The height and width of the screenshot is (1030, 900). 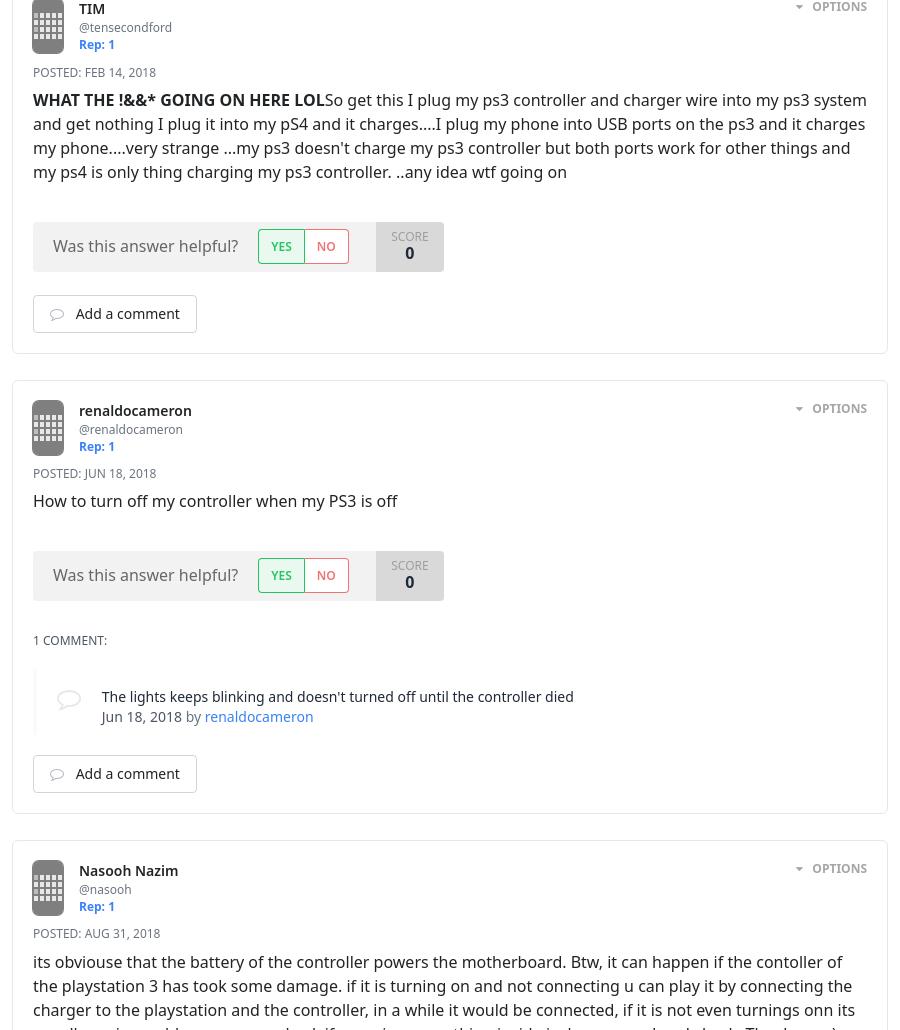 What do you see at coordinates (149, 27) in the screenshot?
I see `'@tensecondford'` at bounding box center [149, 27].